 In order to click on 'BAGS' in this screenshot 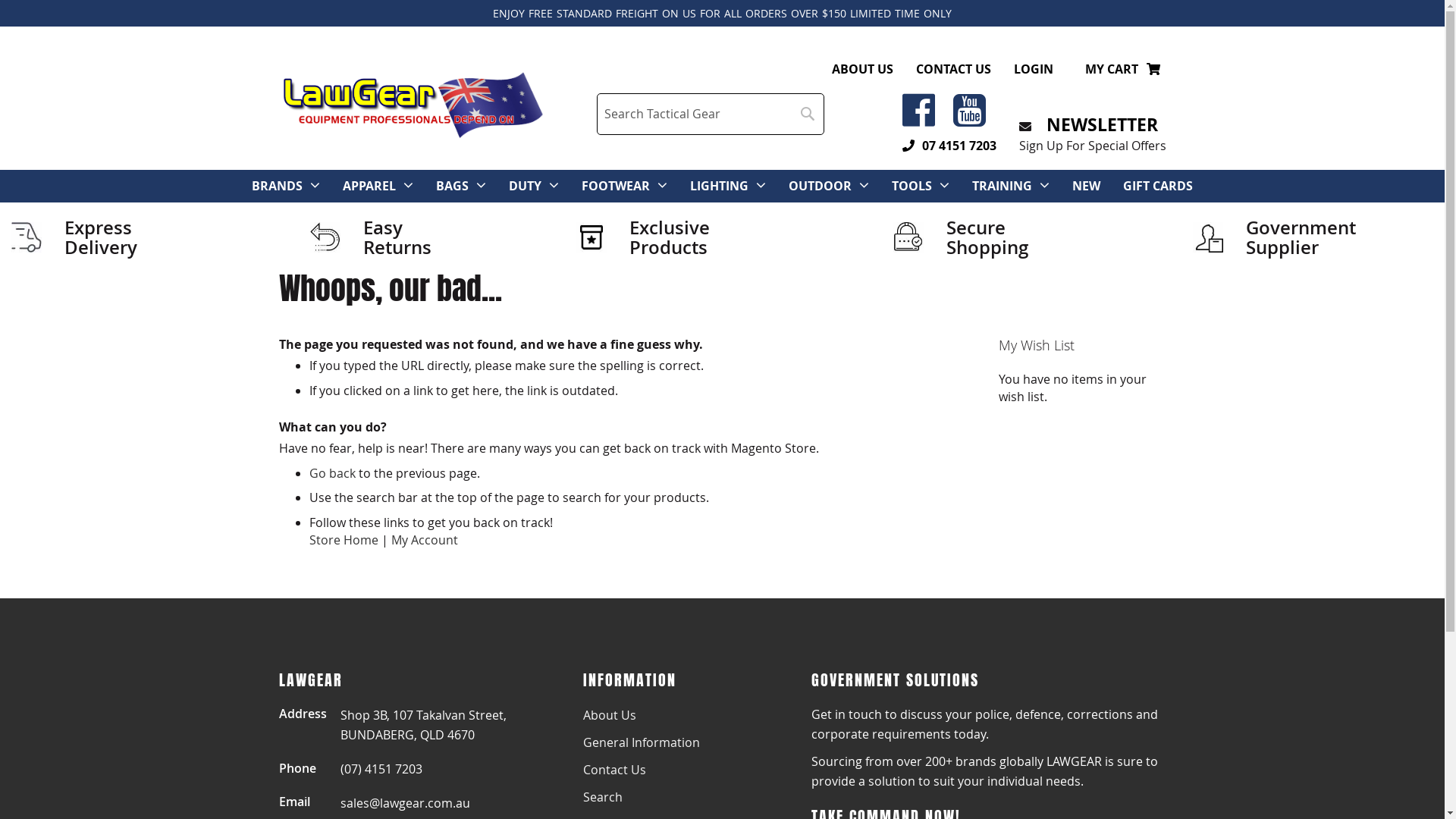, I will do `click(451, 185)`.